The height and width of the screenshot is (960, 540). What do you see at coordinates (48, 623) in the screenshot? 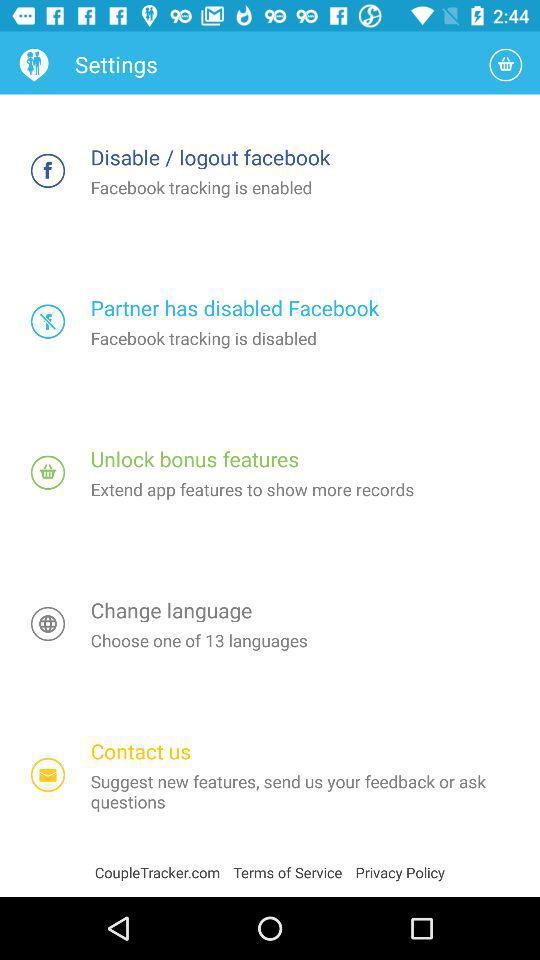
I see `open change language settings` at bounding box center [48, 623].